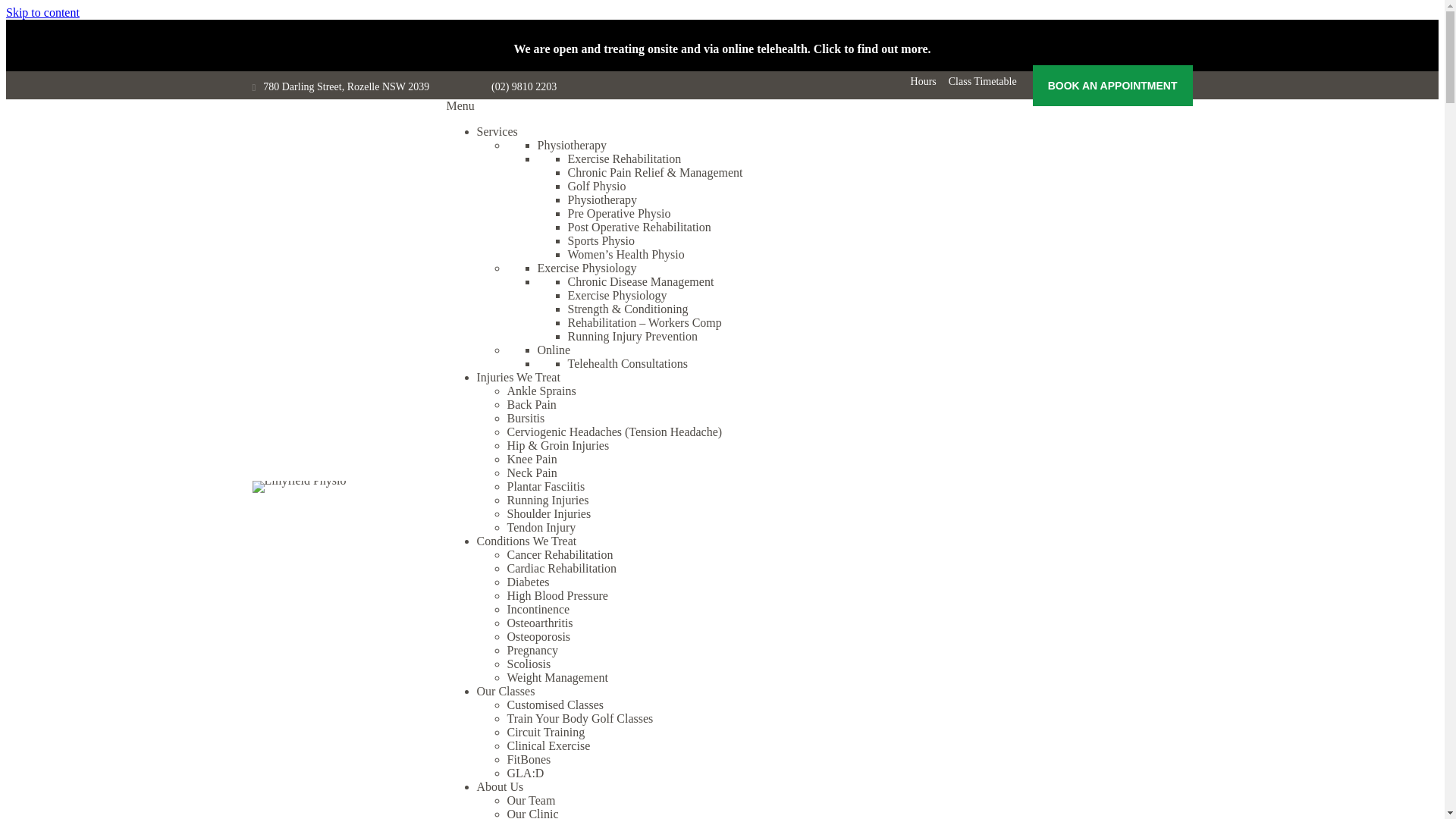 This screenshot has width=1456, height=819. What do you see at coordinates (937, 82) in the screenshot?
I see `'Class Timetable'` at bounding box center [937, 82].